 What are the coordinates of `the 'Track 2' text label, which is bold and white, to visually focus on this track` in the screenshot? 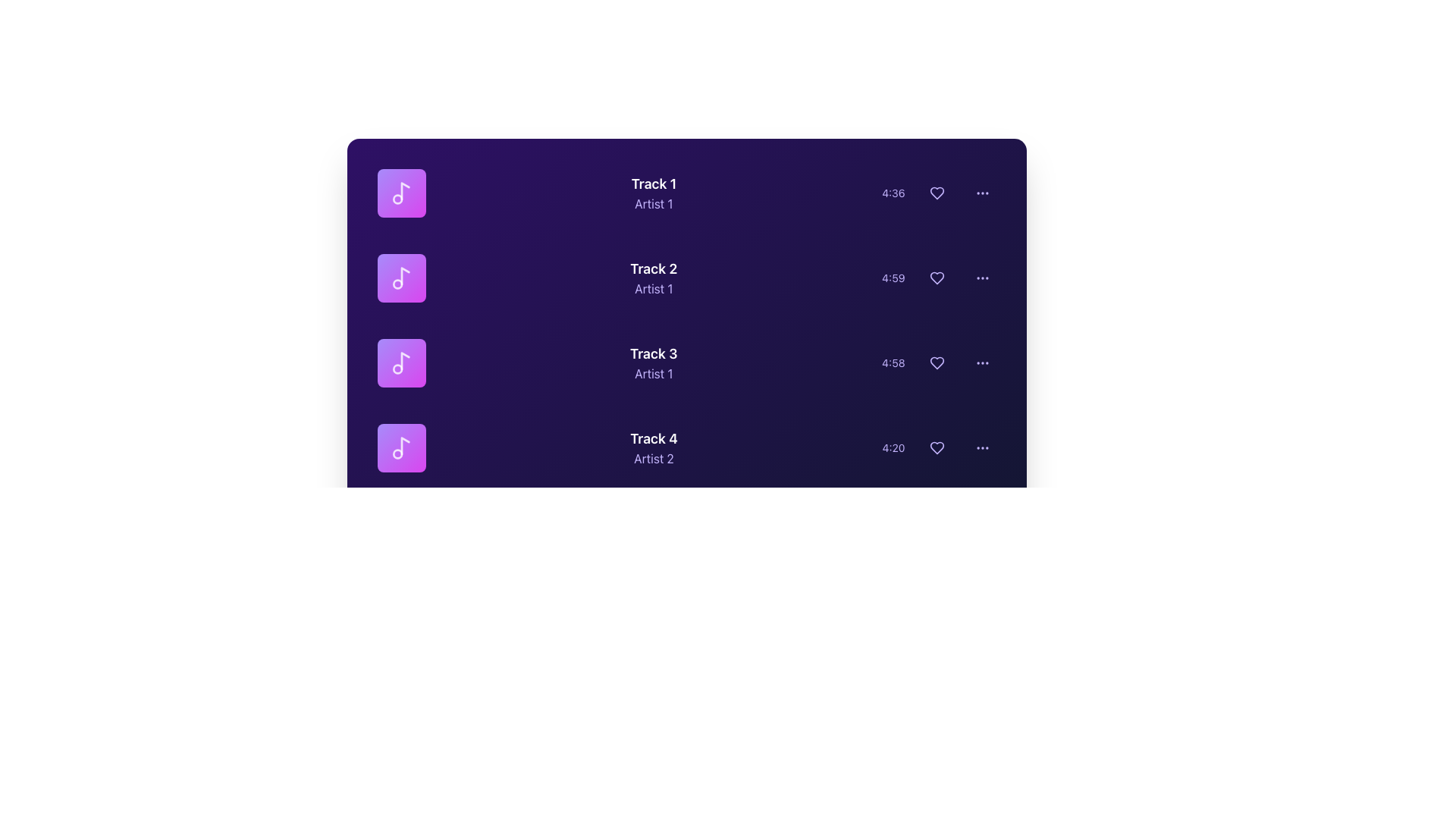 It's located at (654, 268).